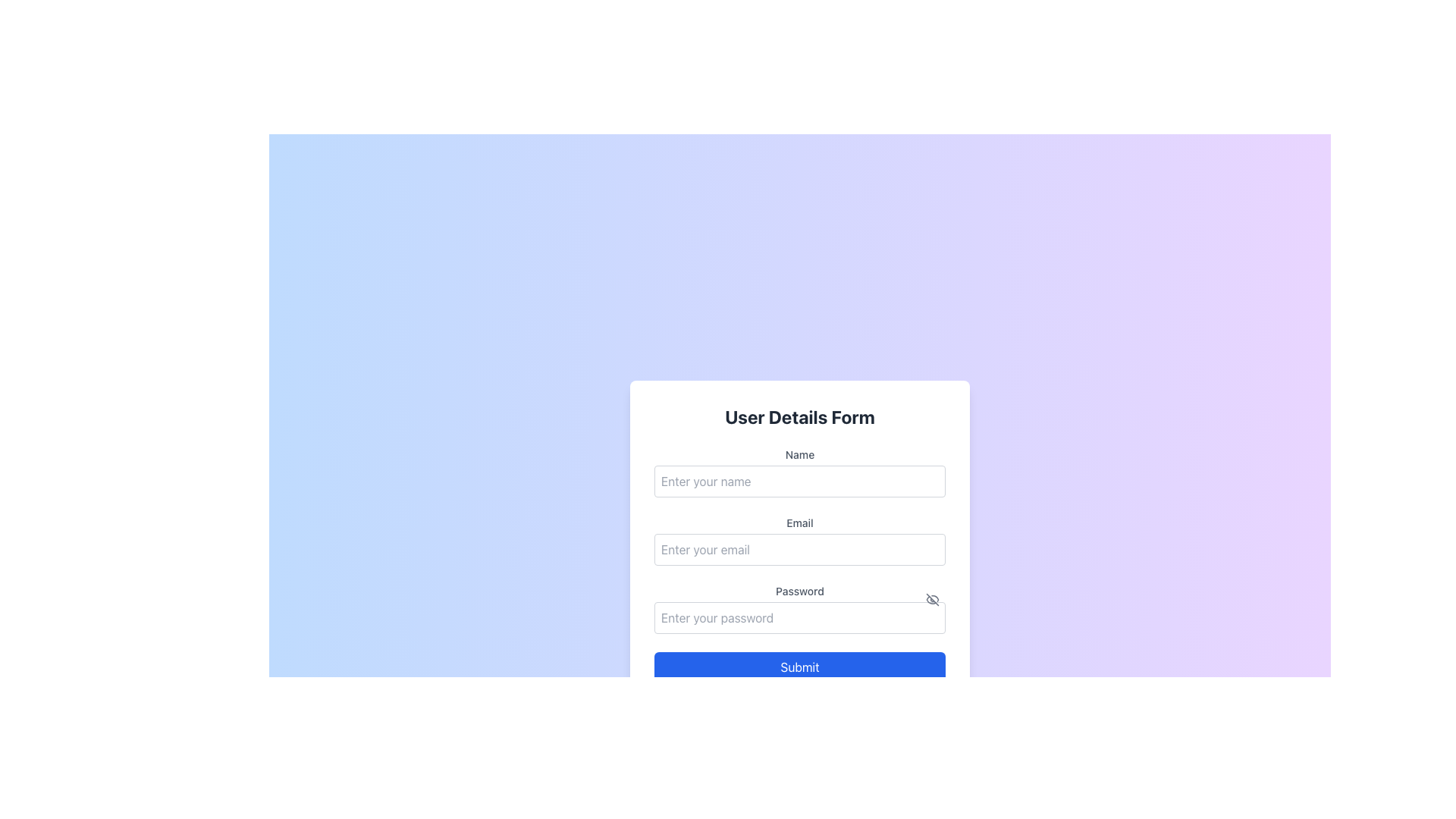  Describe the element at coordinates (799, 454) in the screenshot. I see `the 'Name' text label element, which is styled with a small font size and medium weight in gray color, located above the name input field` at that location.